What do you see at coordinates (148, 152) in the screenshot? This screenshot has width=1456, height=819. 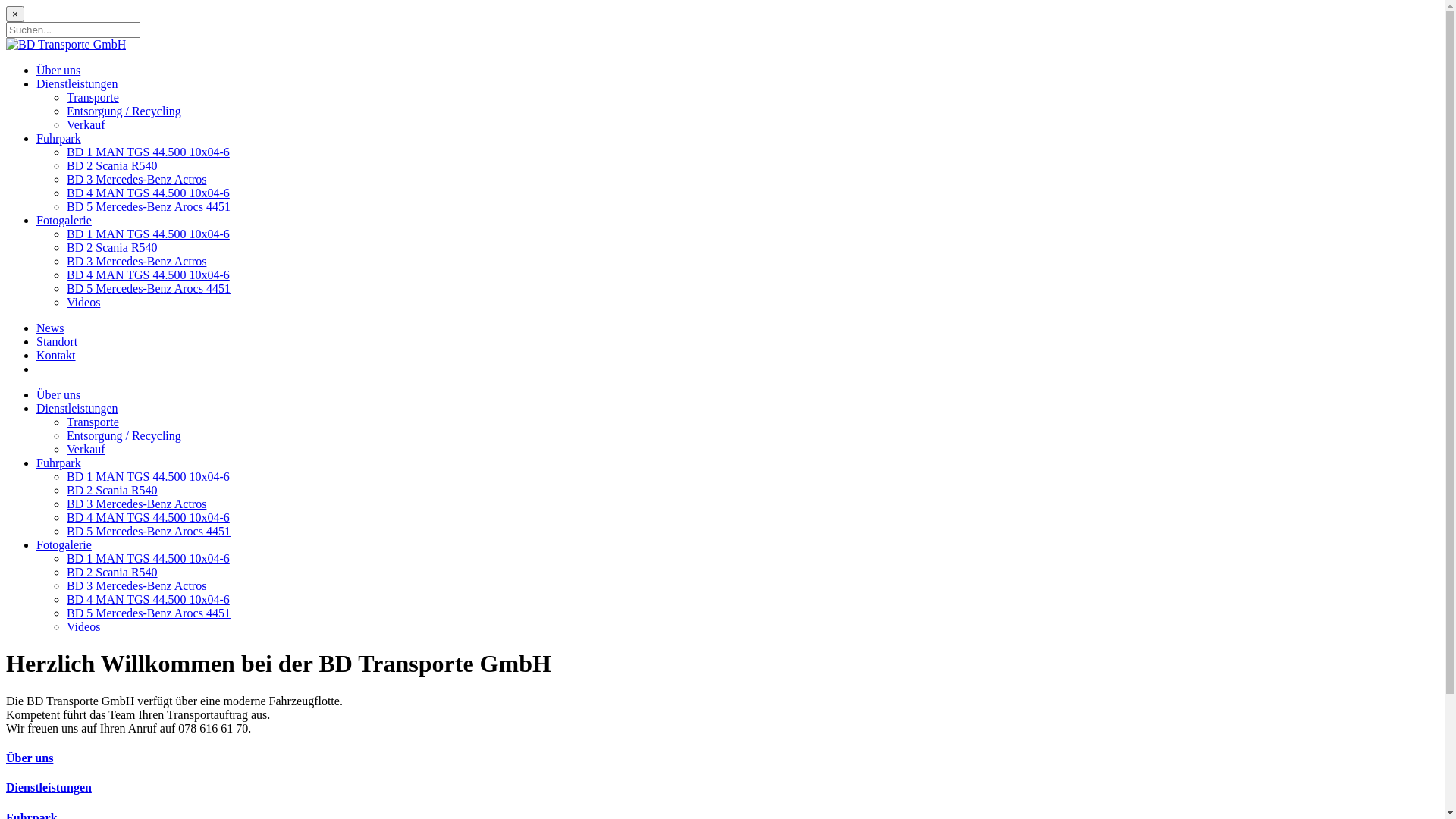 I see `'BD 1 MAN TGS 44.500 10x04-6'` at bounding box center [148, 152].